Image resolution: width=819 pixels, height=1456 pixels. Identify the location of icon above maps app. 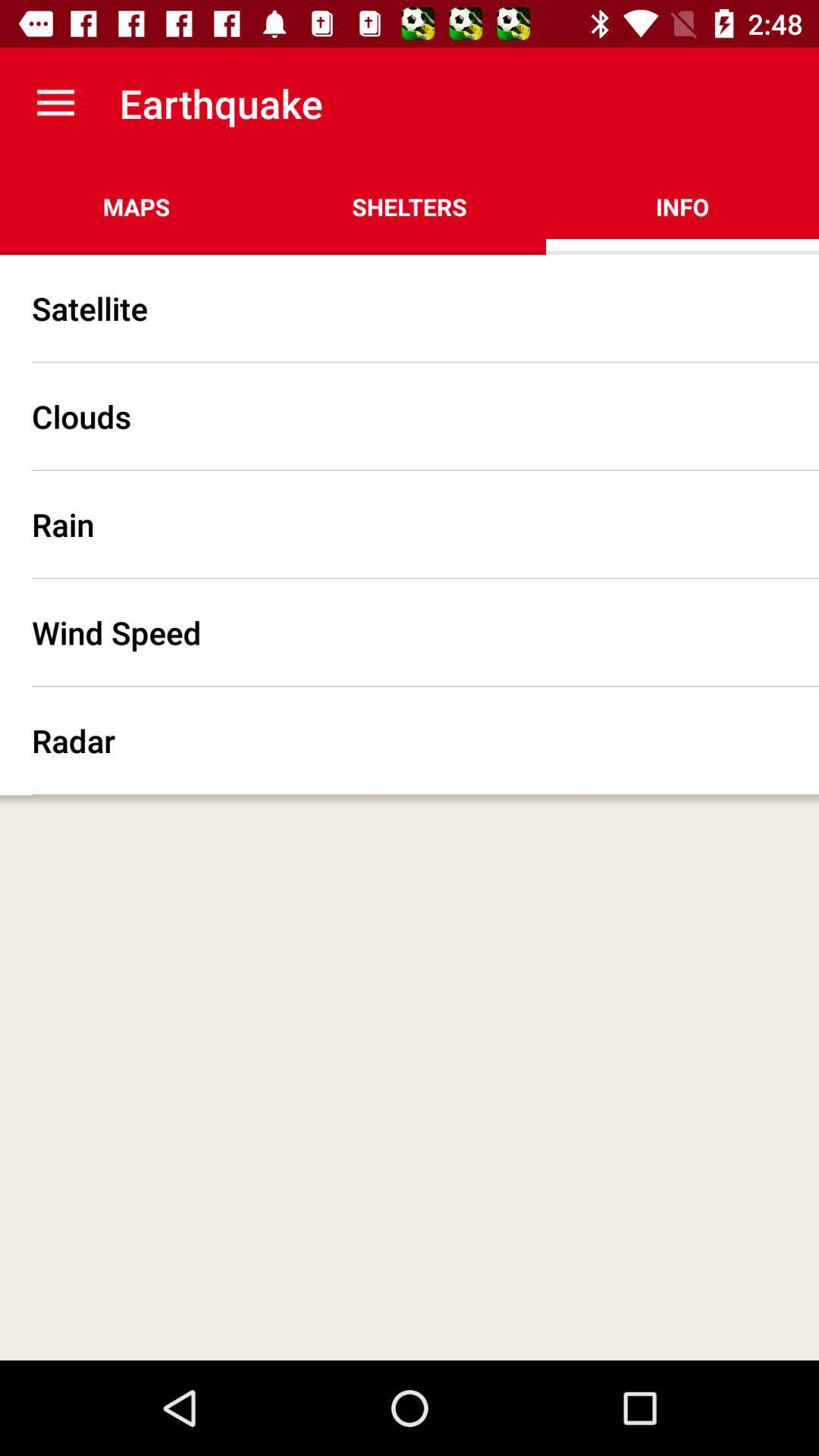
(55, 102).